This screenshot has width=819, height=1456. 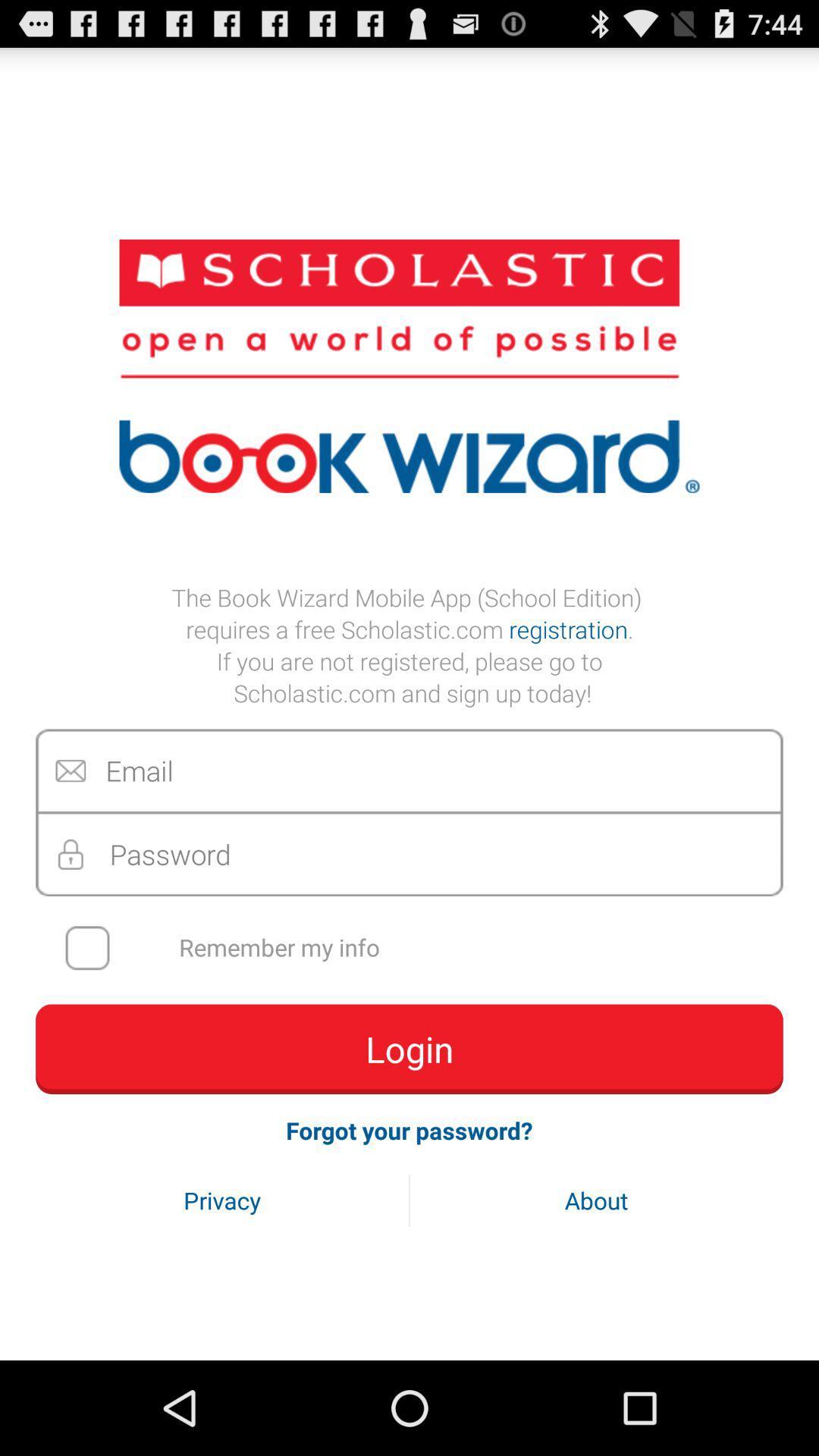 What do you see at coordinates (409, 854) in the screenshot?
I see `password box` at bounding box center [409, 854].